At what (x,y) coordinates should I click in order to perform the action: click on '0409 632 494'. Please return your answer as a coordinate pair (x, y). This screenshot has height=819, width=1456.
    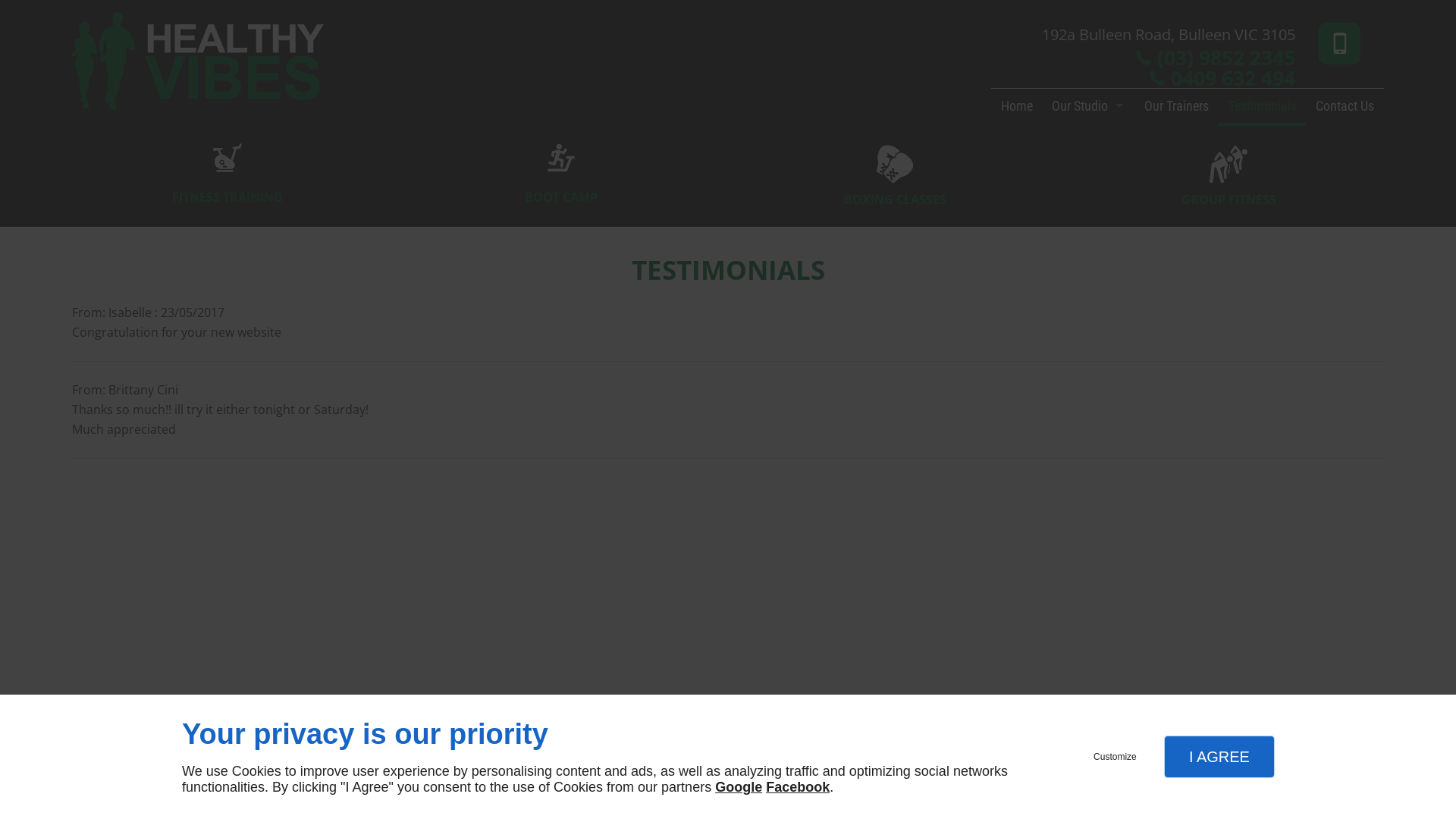
    Looking at the image, I should click on (1170, 77).